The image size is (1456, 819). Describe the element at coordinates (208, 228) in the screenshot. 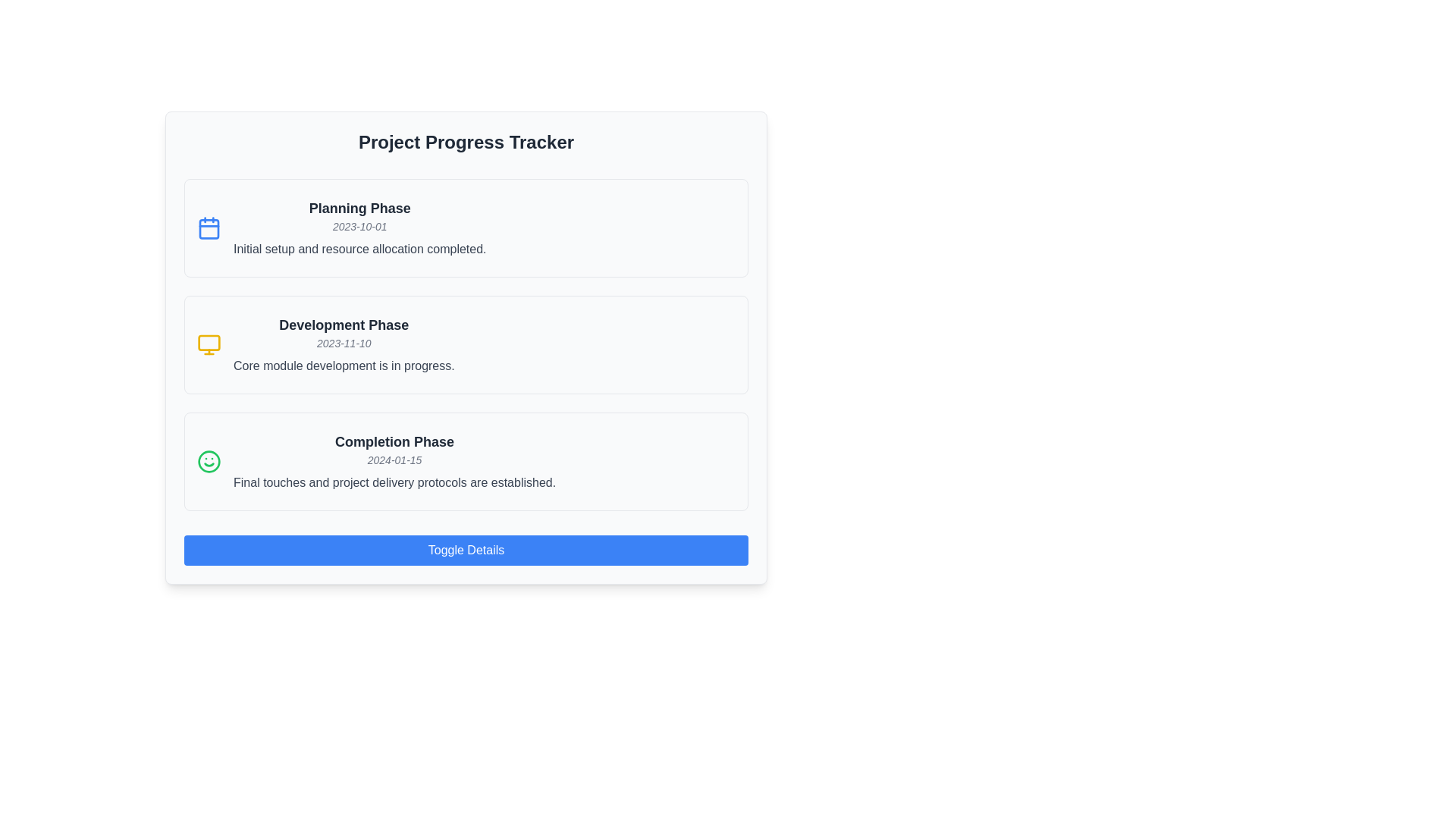

I see `the graphical decorative element of the calendar icon located in the 'Planning Phase' section, which serves as a visual detail and does not directly interact with users` at that location.